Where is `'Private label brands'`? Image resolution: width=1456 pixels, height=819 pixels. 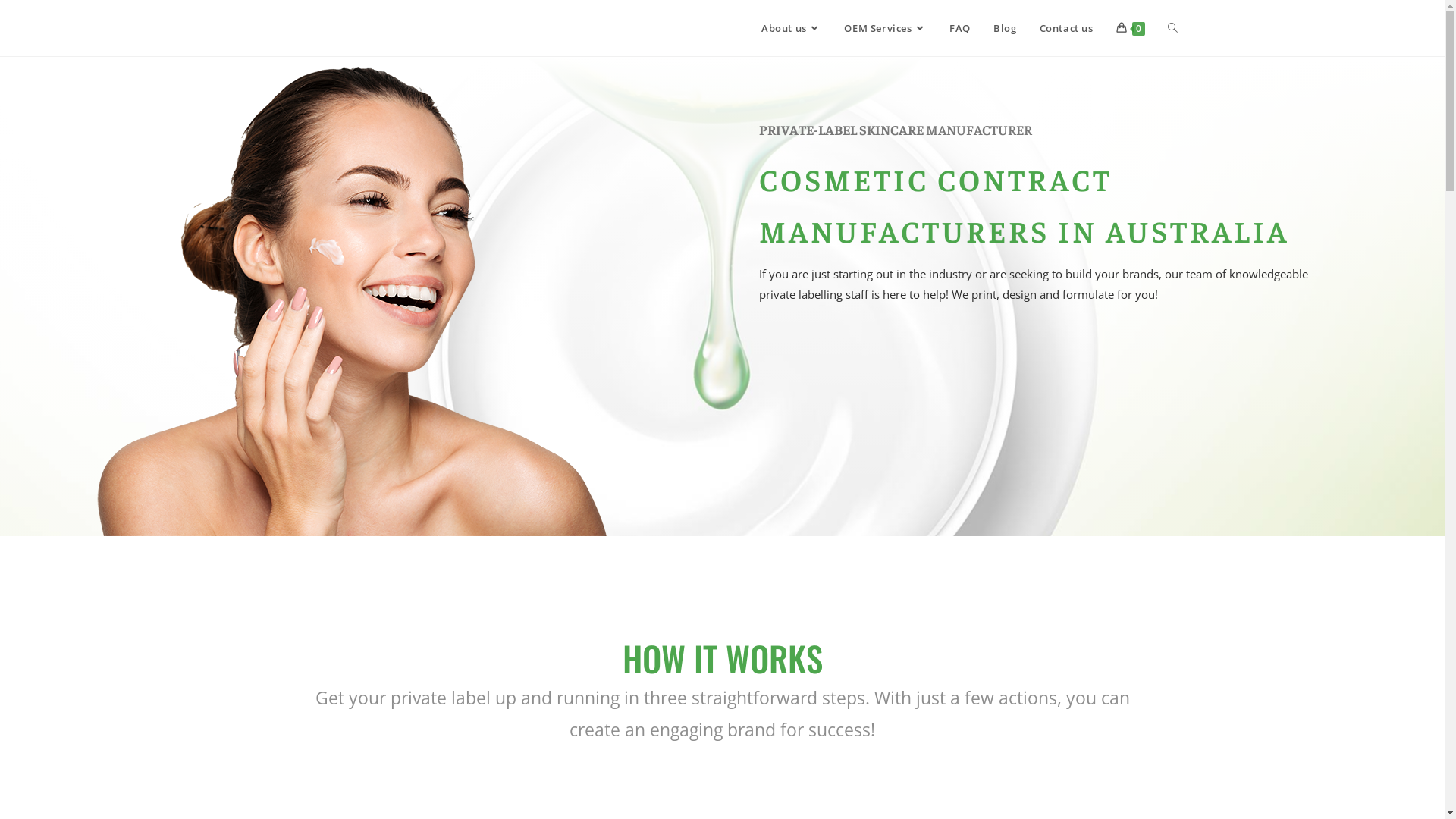
'Private label brands' is located at coordinates (81, 296).